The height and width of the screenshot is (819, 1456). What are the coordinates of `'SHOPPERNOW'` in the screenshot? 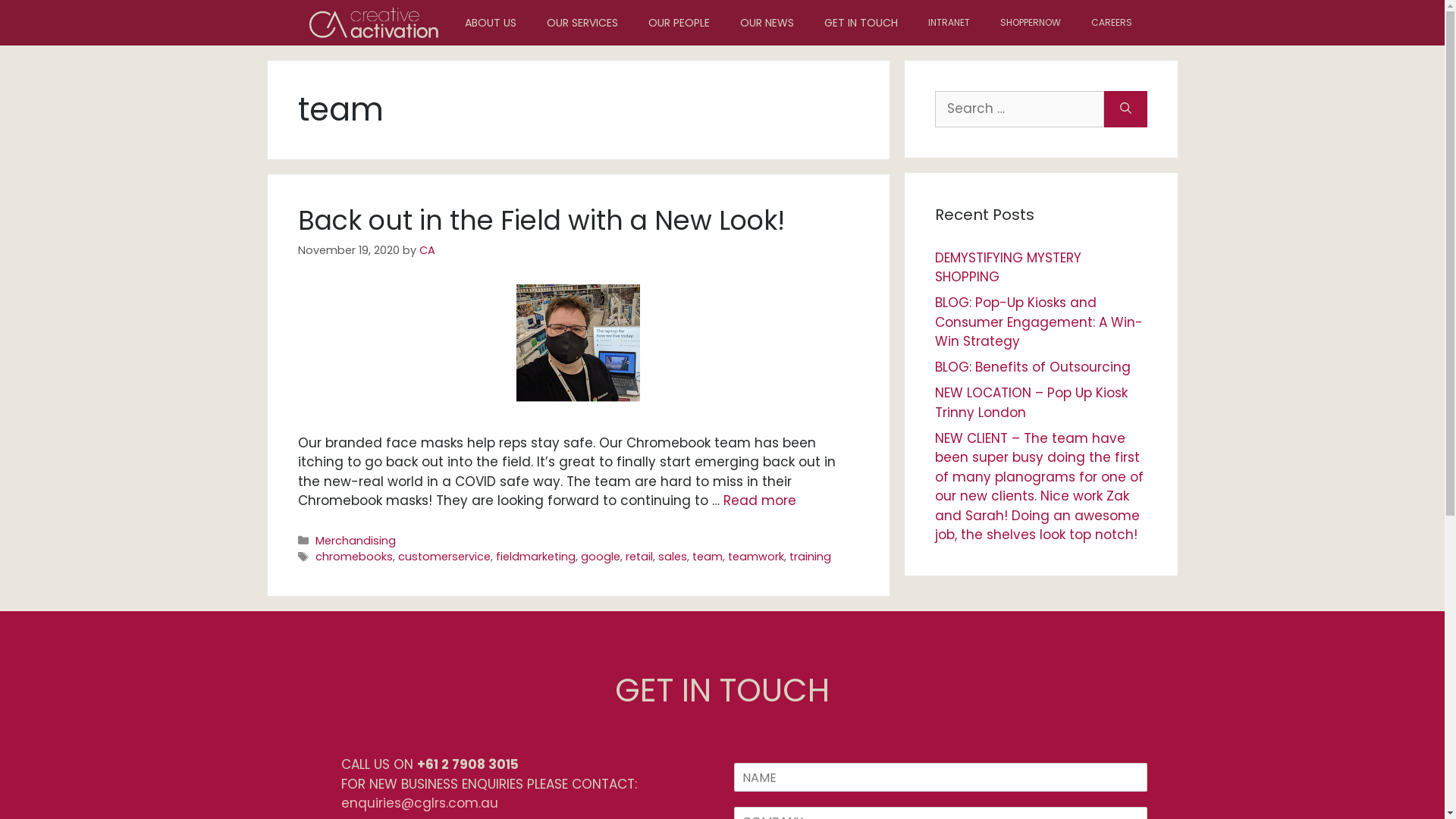 It's located at (1030, 23).